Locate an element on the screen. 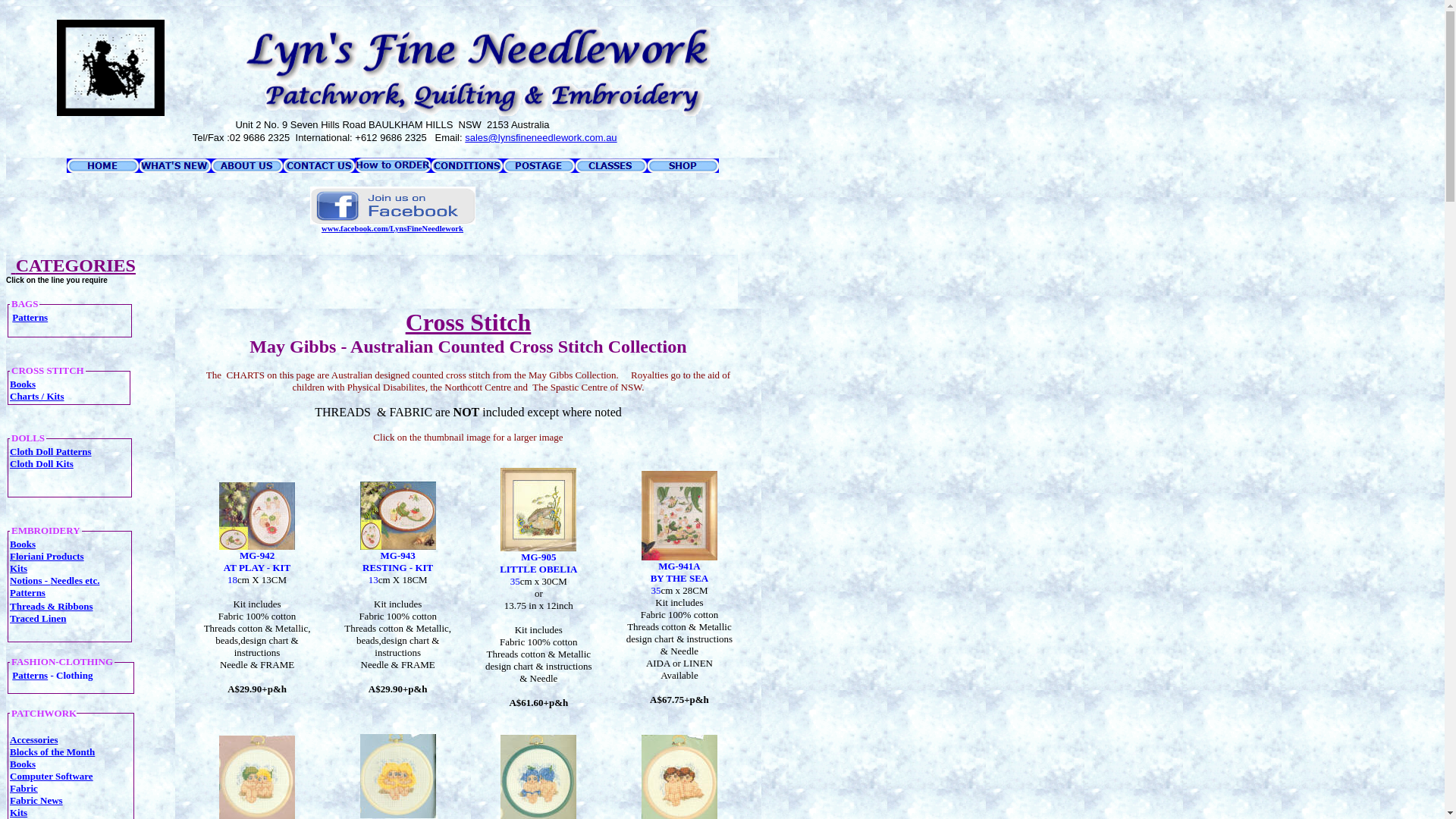 The height and width of the screenshot is (819, 1456). 'Patterns' is located at coordinates (27, 591).